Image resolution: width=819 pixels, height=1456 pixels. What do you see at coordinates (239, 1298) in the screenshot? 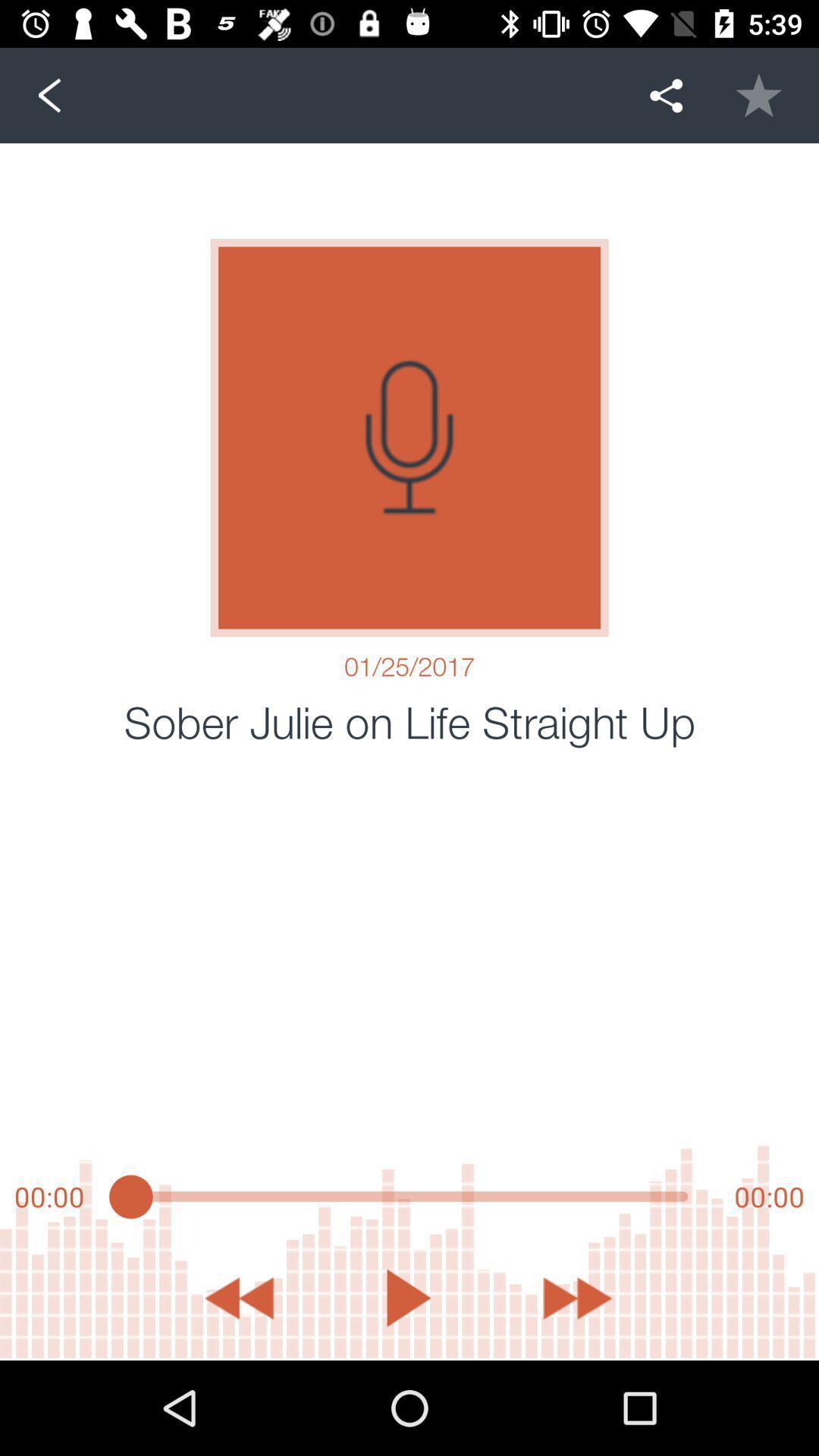
I see `the av_rewind icon` at bounding box center [239, 1298].